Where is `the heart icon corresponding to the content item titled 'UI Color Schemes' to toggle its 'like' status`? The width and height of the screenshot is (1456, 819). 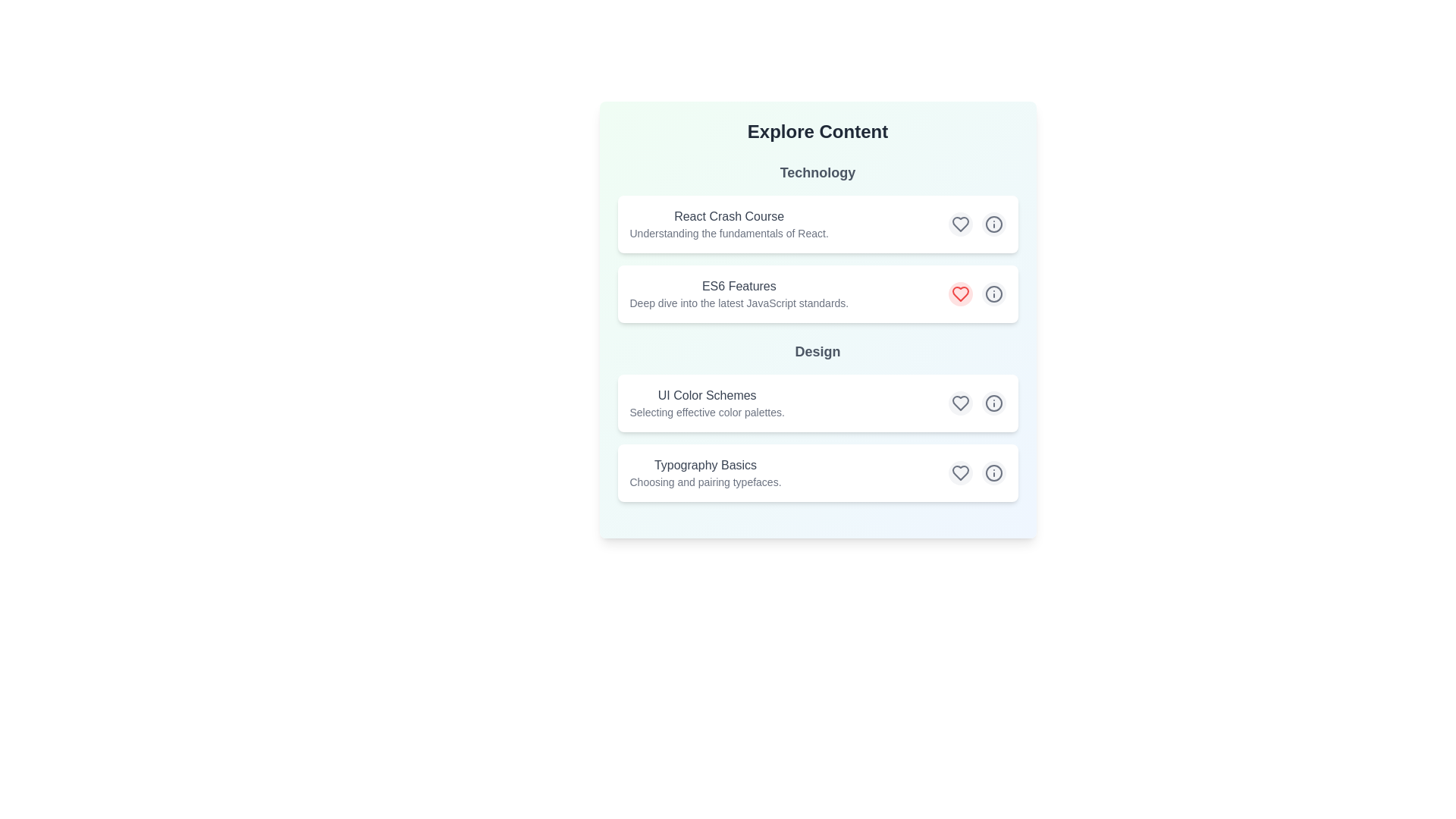 the heart icon corresponding to the content item titled 'UI Color Schemes' to toggle its 'like' status is located at coordinates (959, 403).